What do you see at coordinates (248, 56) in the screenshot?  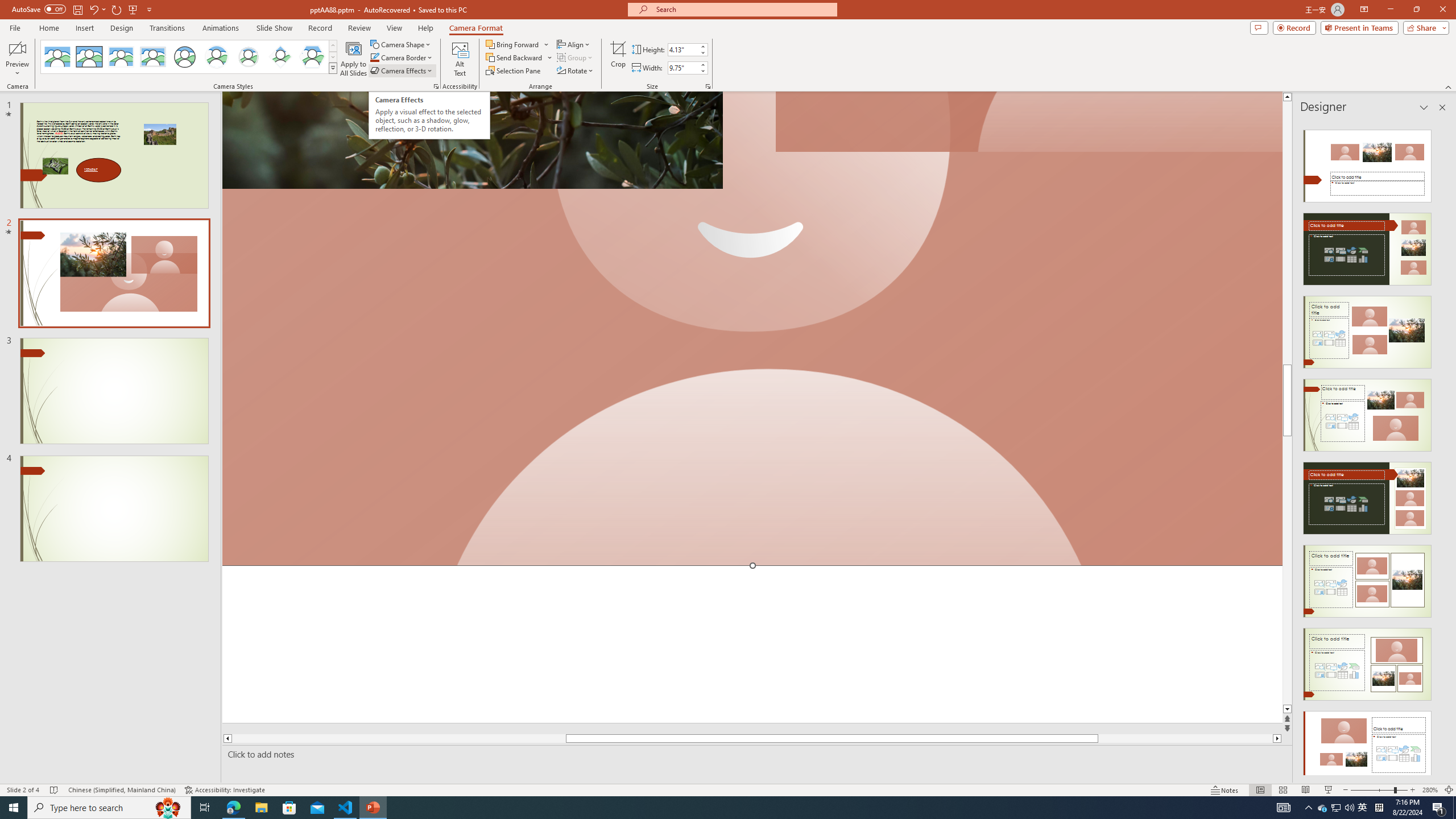 I see `'Soft Edge Circle'` at bounding box center [248, 56].